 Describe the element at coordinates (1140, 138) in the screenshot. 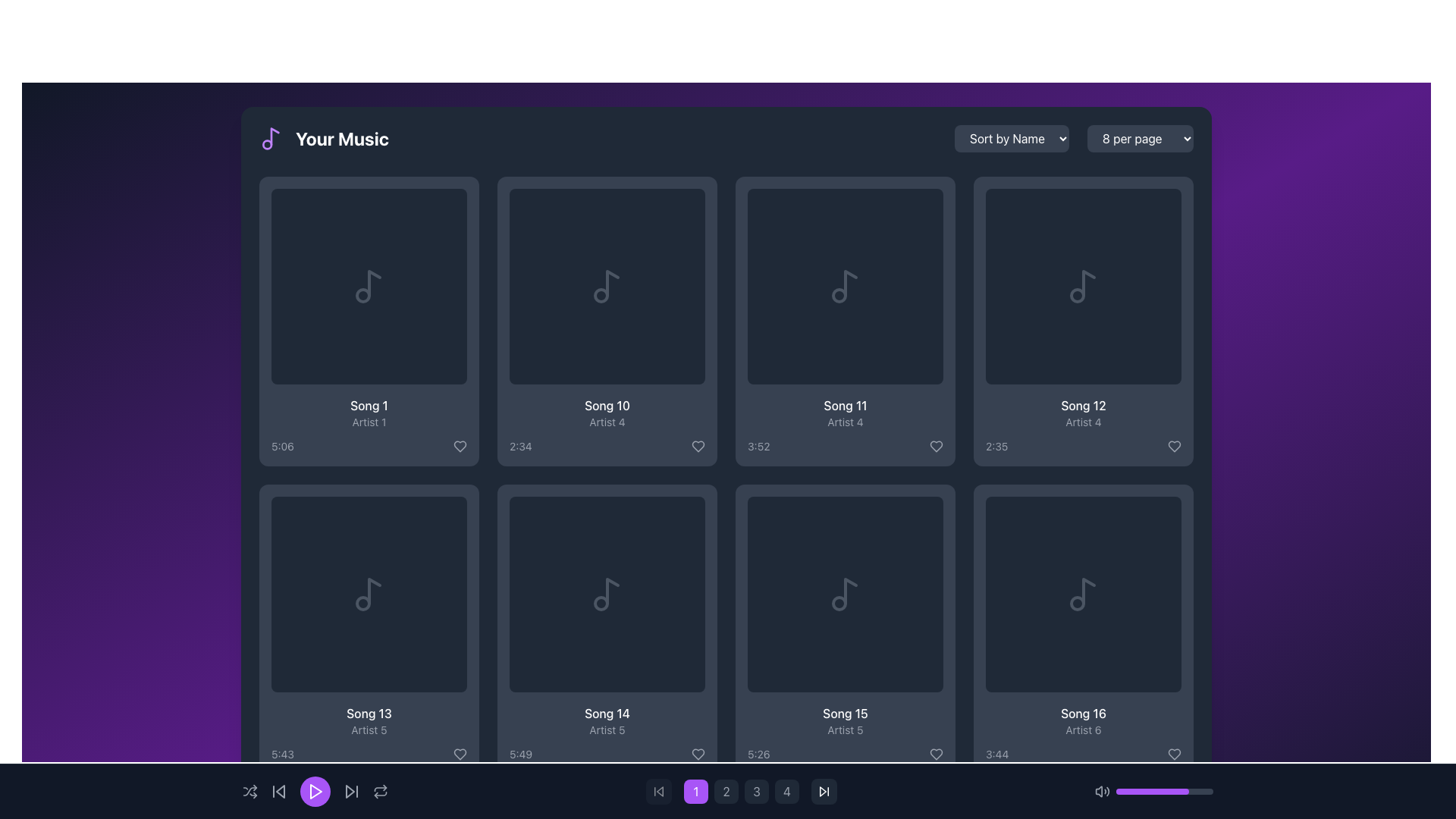

I see `the Dropdown button labeled '8 per page' with a dark gray background and white text` at that location.